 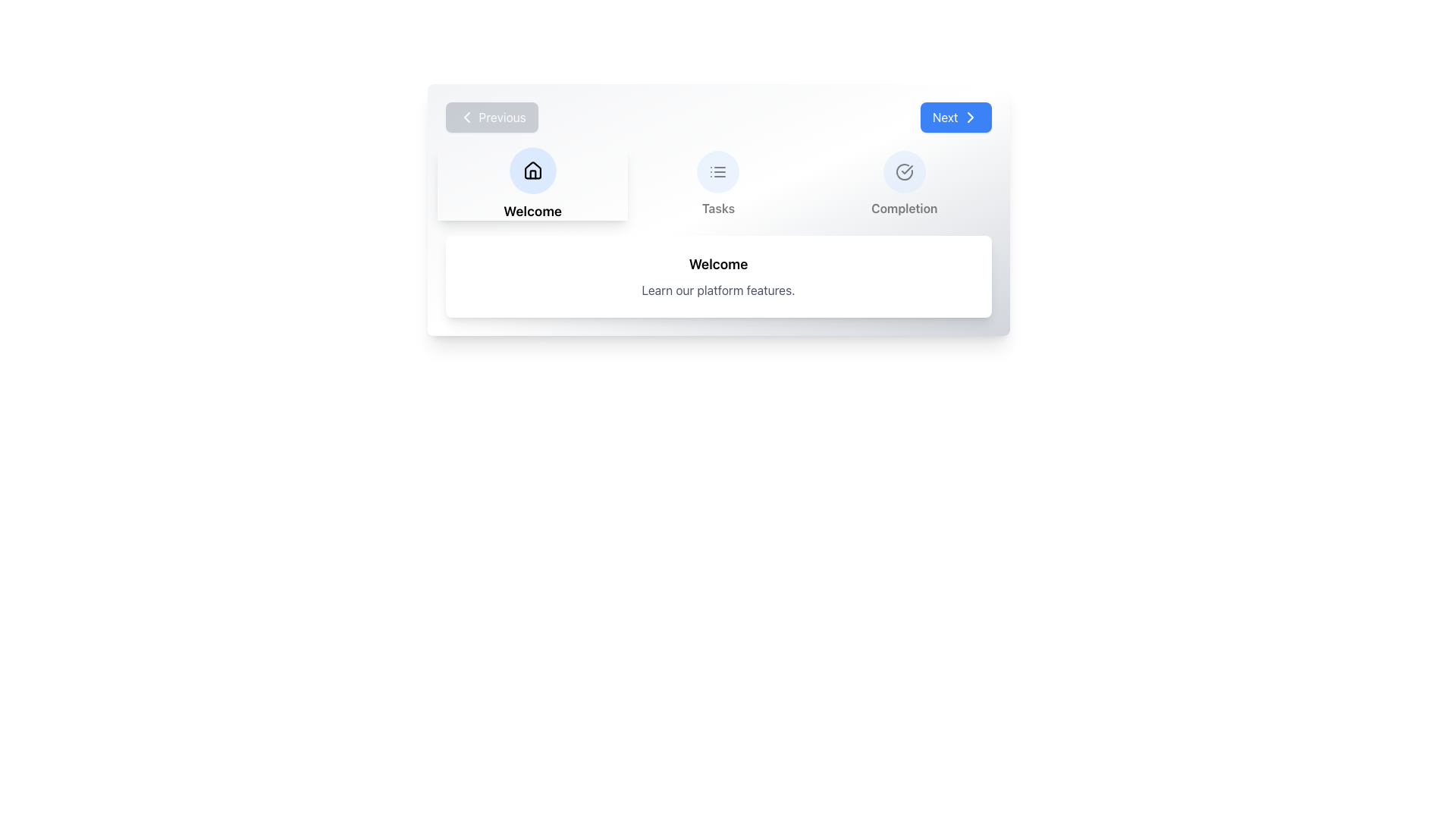 I want to click on the graphical checkmark icon, which is styled, so click(x=907, y=169).